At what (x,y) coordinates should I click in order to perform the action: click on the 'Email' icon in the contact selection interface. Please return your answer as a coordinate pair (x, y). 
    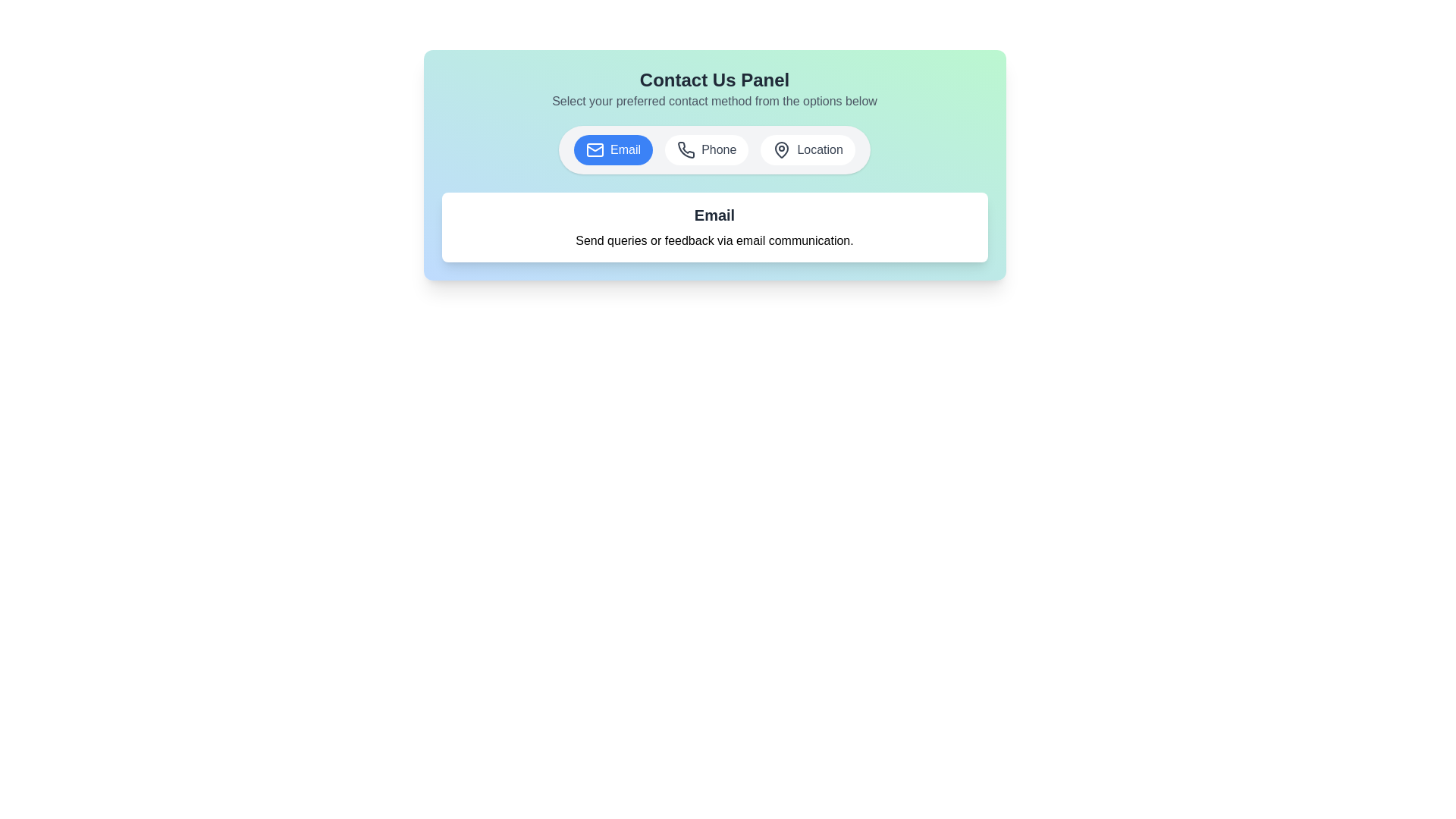
    Looking at the image, I should click on (595, 149).